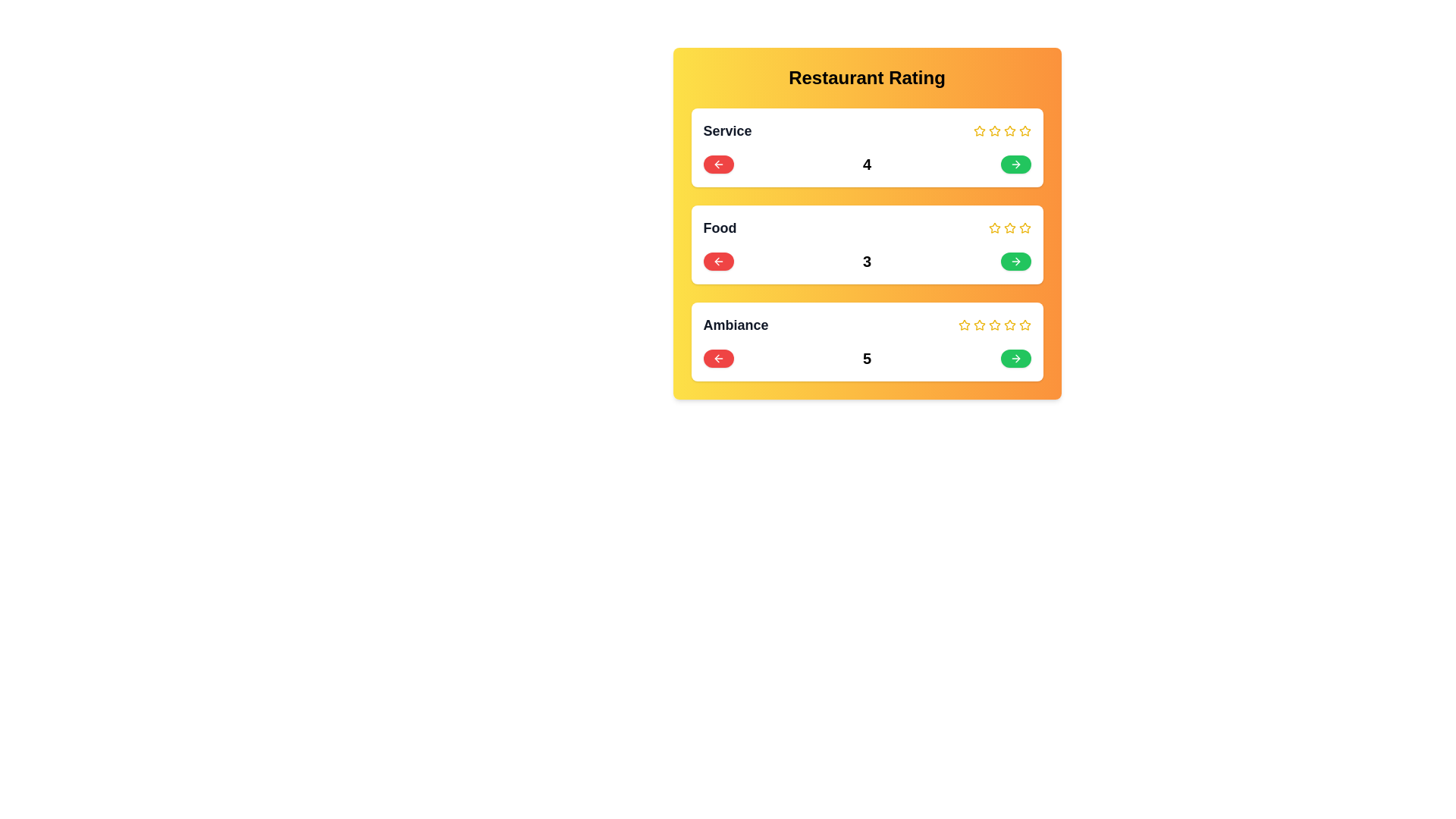 The image size is (1456, 819). Describe the element at coordinates (1009, 227) in the screenshot. I see `the second star in the trio of stars representing the 'Food' rating to change the rating` at that location.